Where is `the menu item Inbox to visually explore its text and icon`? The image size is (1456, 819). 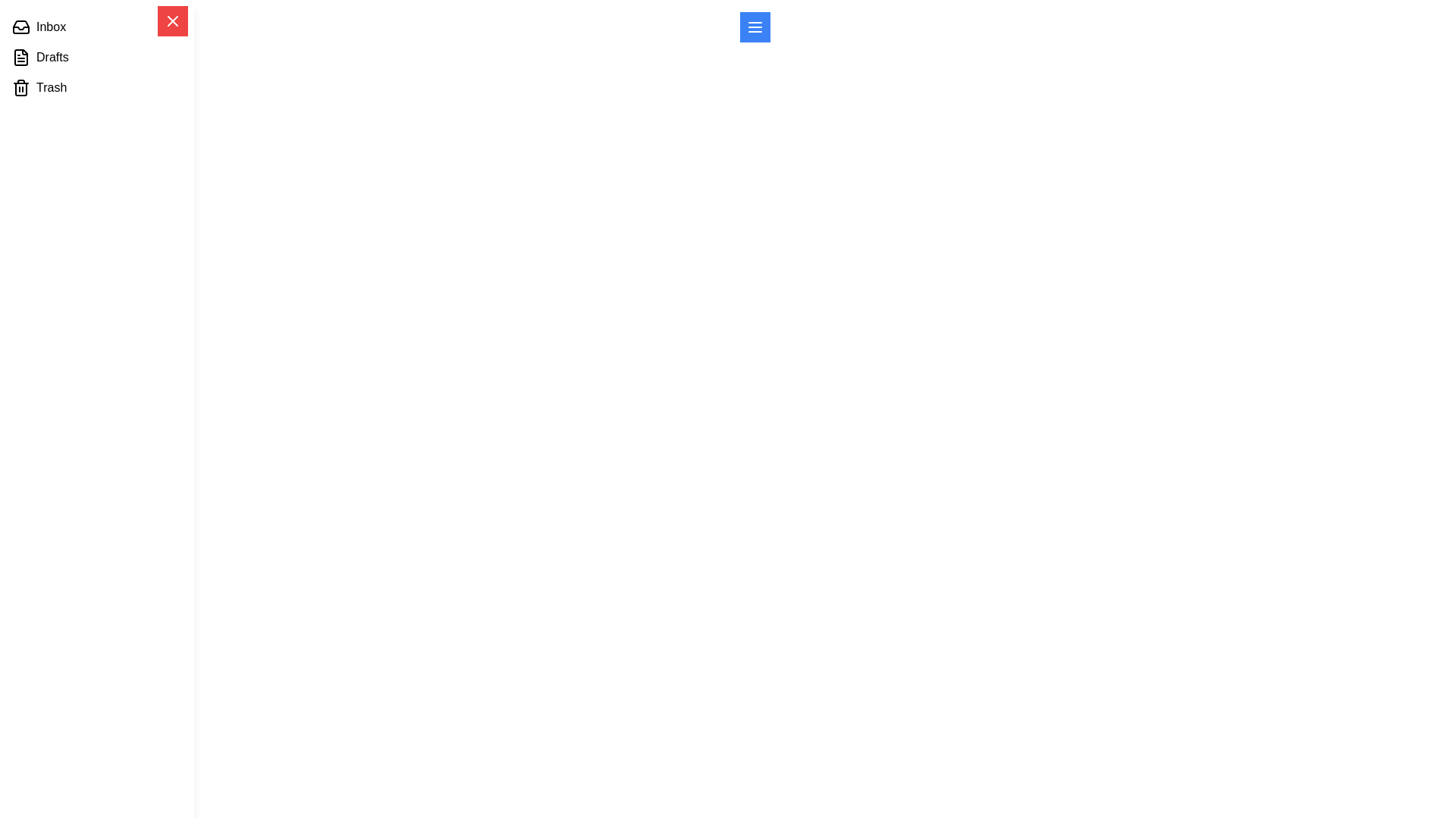 the menu item Inbox to visually explore its text and icon is located at coordinates (96, 27).